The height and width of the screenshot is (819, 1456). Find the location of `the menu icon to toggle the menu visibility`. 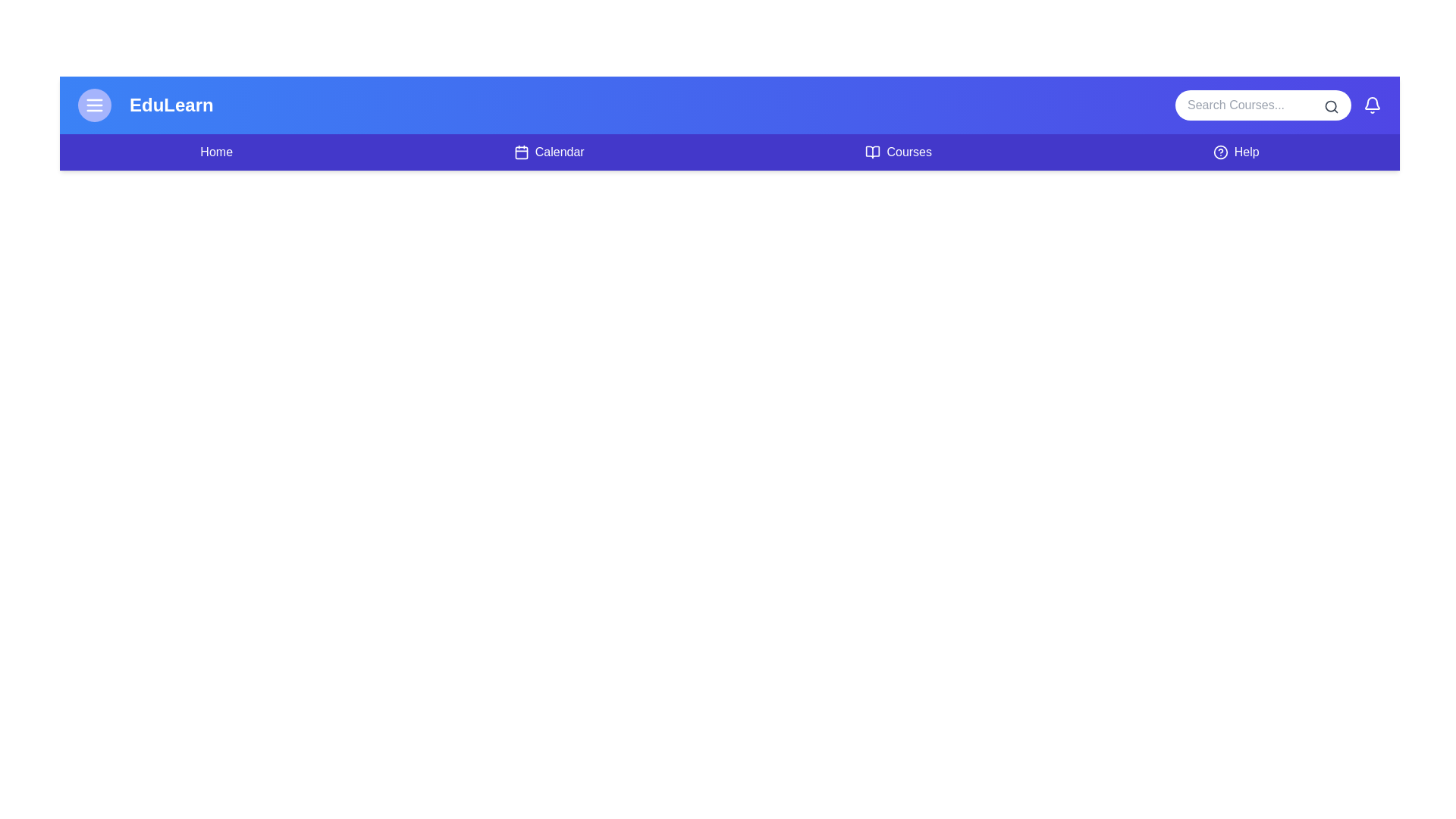

the menu icon to toggle the menu visibility is located at coordinates (93, 104).